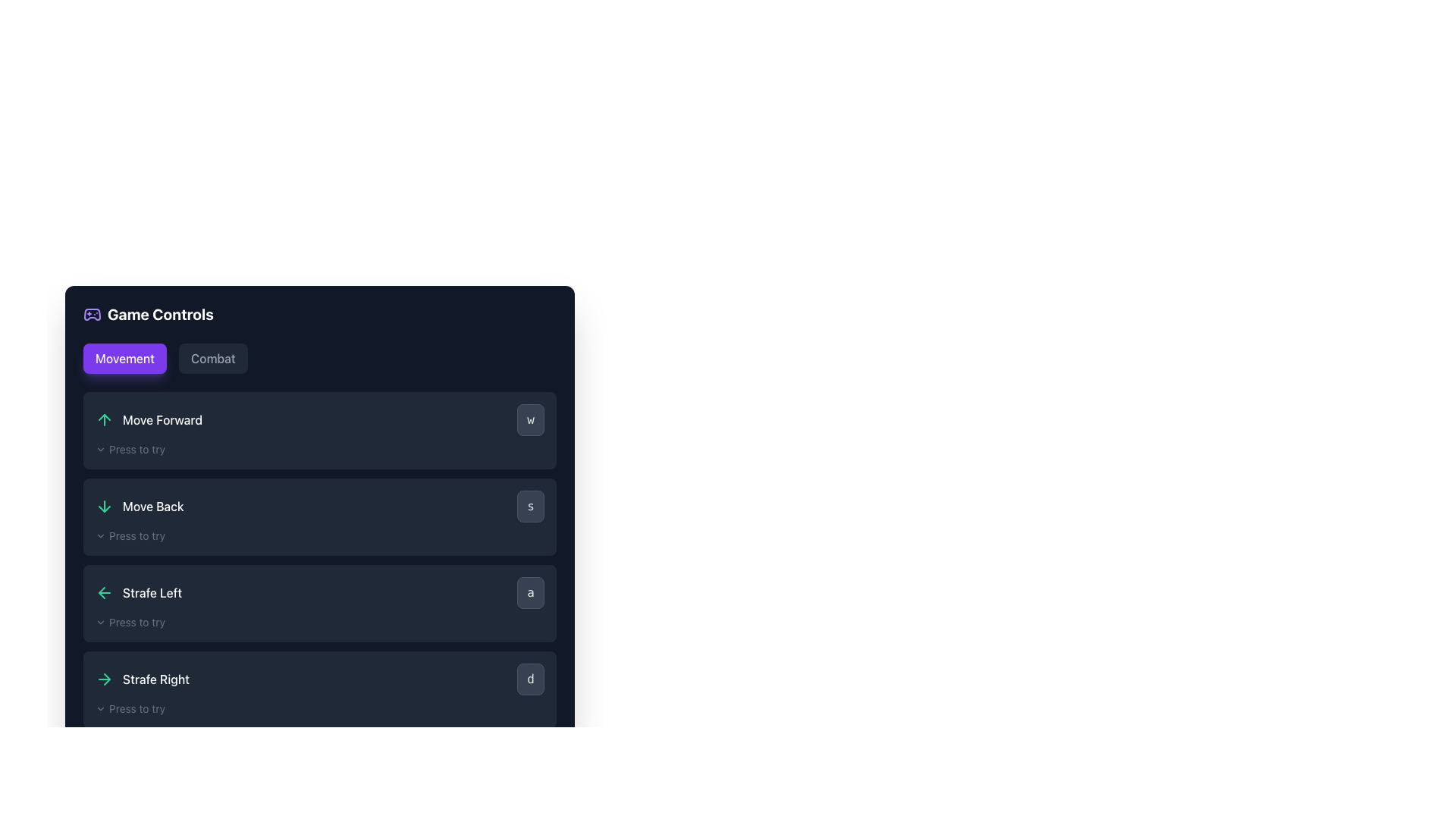 The height and width of the screenshot is (819, 1456). I want to click on the left-pointing emerald arrow icon associated with the 'Strafe Left' action in the 'Movement' section of the 'Game Controls' panel, so click(104, 592).